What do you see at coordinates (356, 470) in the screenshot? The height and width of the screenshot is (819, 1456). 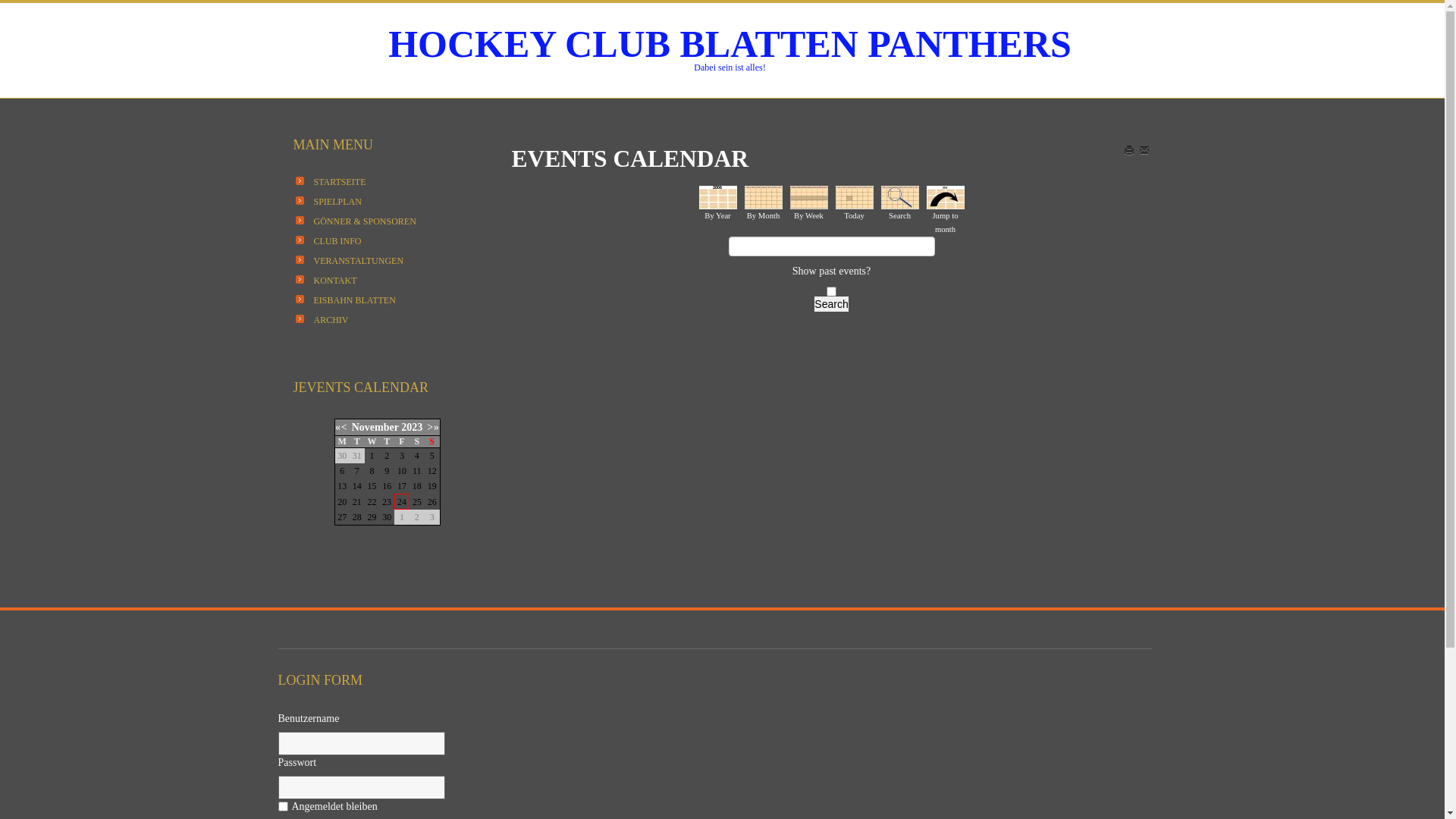 I see `'7'` at bounding box center [356, 470].